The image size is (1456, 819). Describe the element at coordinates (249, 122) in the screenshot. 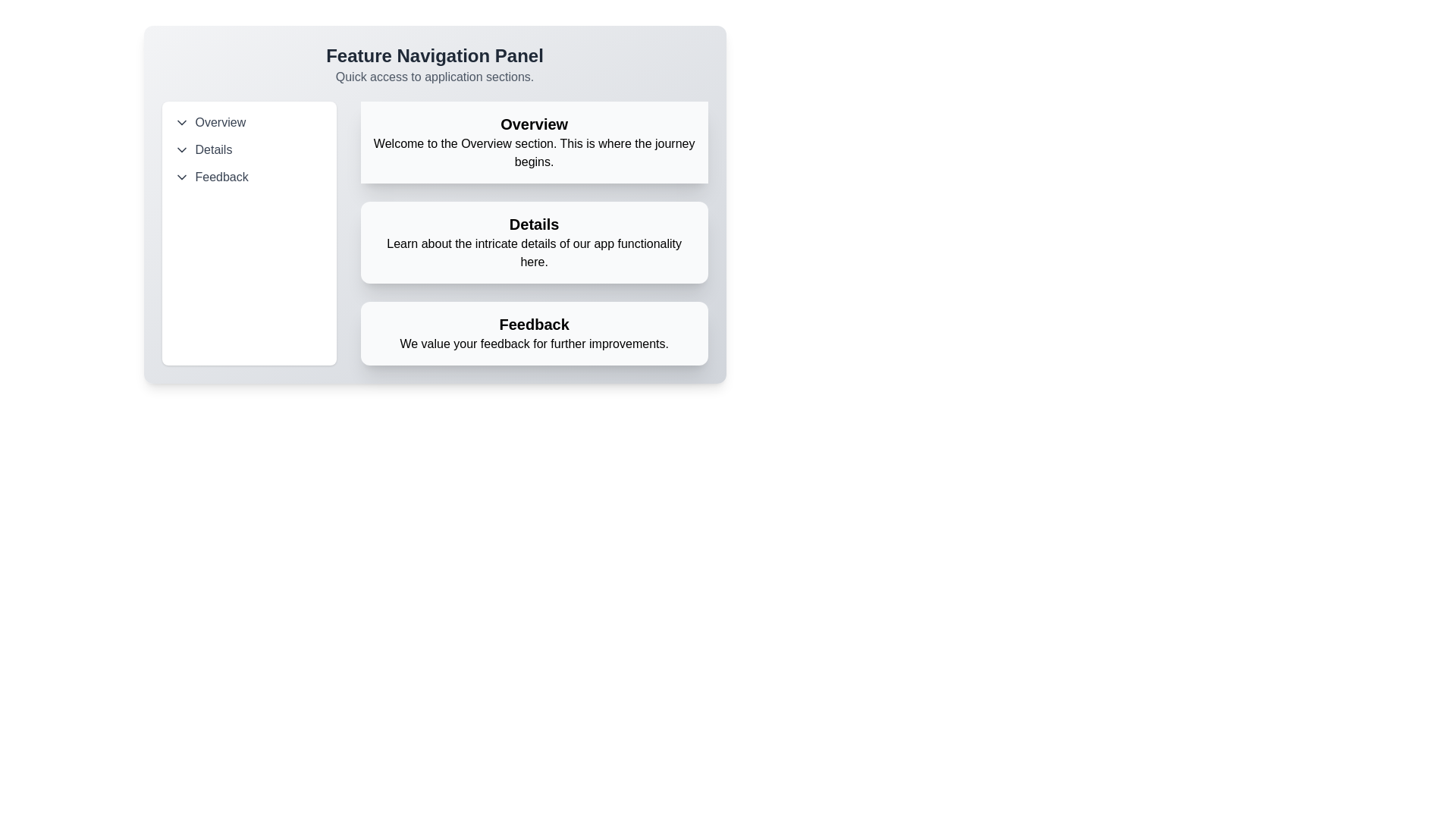

I see `the 'Overview' button in the navigation panel` at that location.